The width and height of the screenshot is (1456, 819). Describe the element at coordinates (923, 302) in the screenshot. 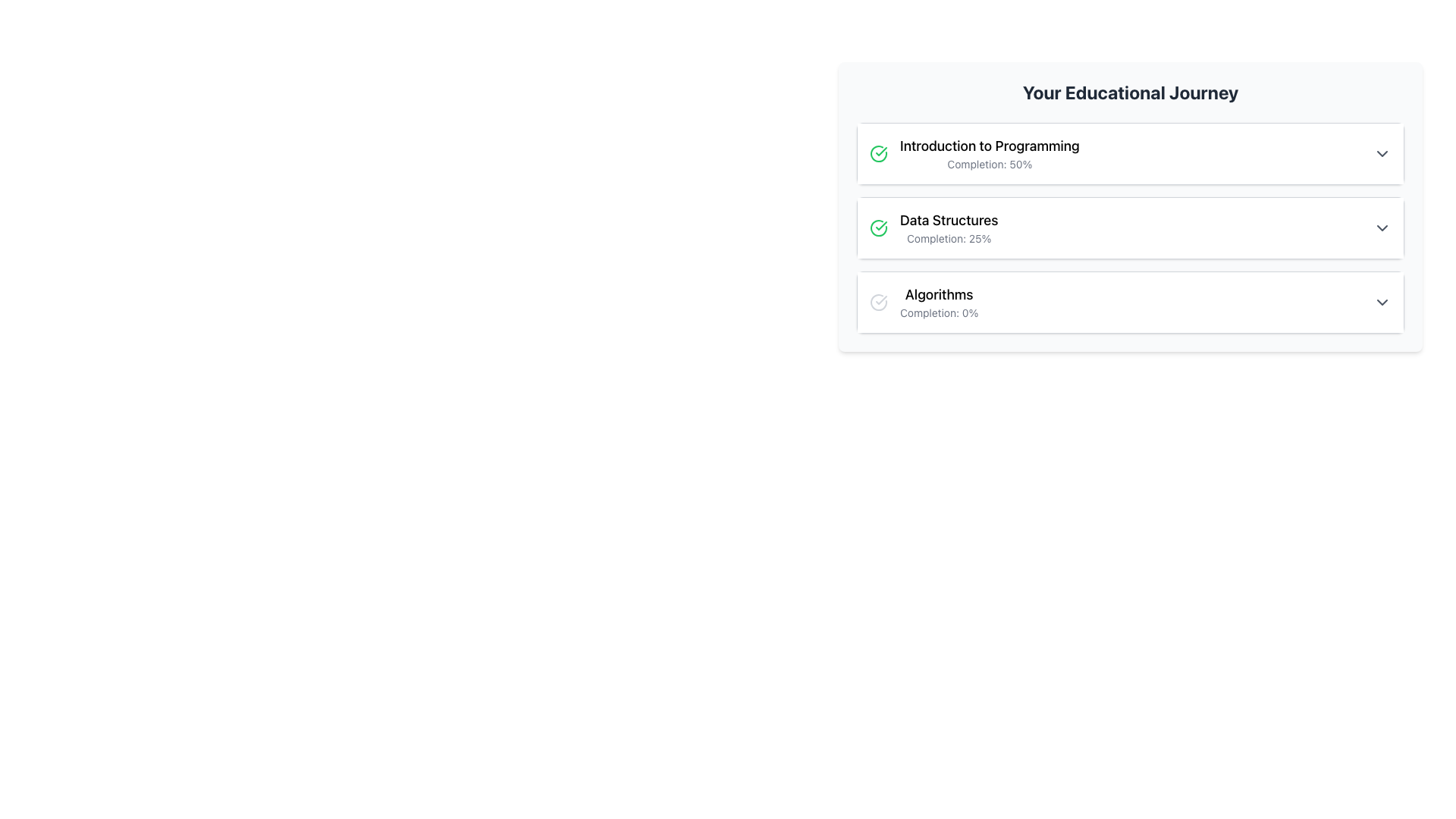

I see `the 'Algorithms' Text Display with Icon, which features a bold black heading and a gray 'Completion: 0%' label beneath it, located in the 'Your Educational Journey' card layout` at that location.